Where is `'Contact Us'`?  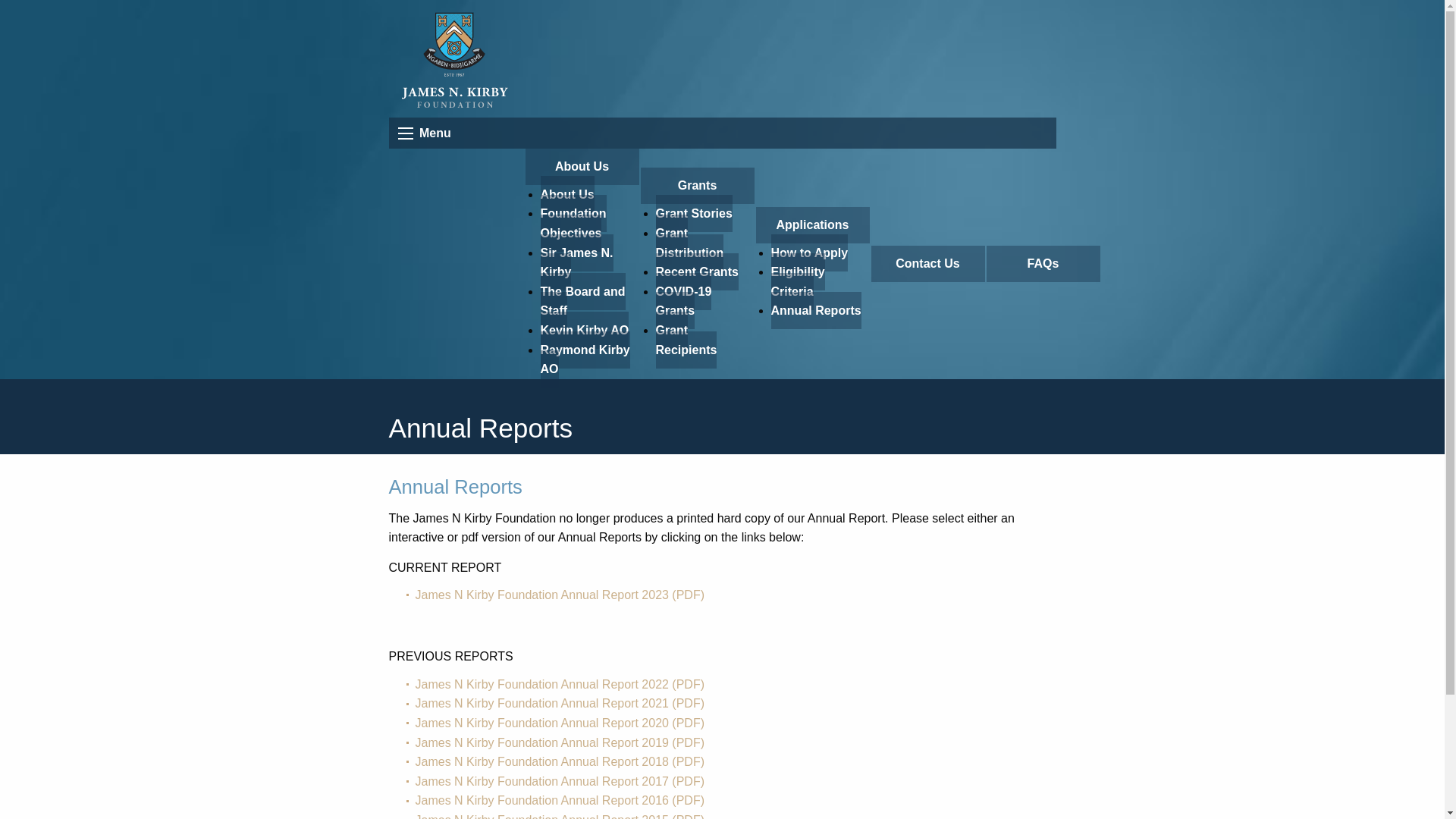 'Contact Us' is located at coordinates (927, 262).